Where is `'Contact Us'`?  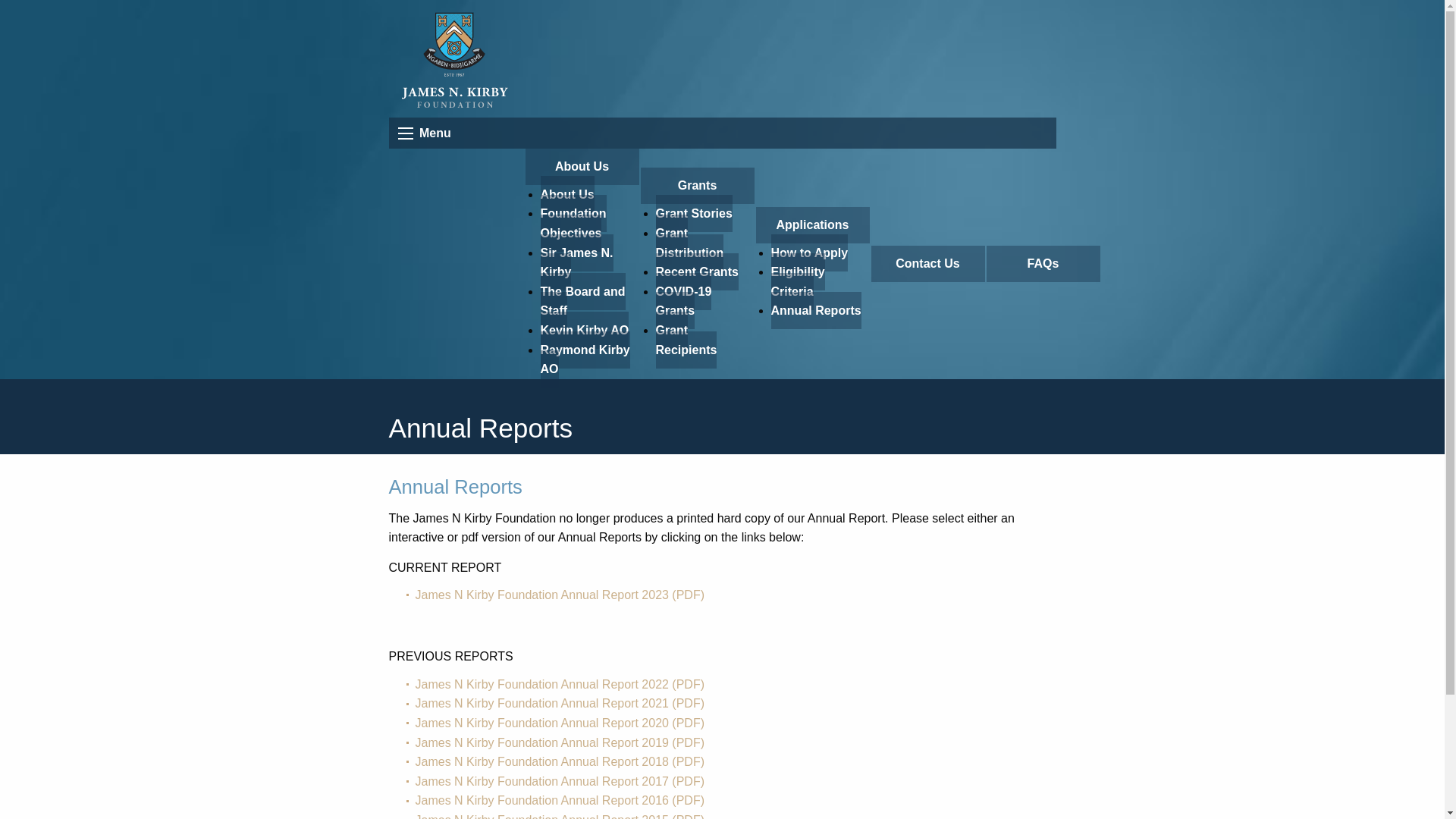 'Contact Us' is located at coordinates (927, 262).